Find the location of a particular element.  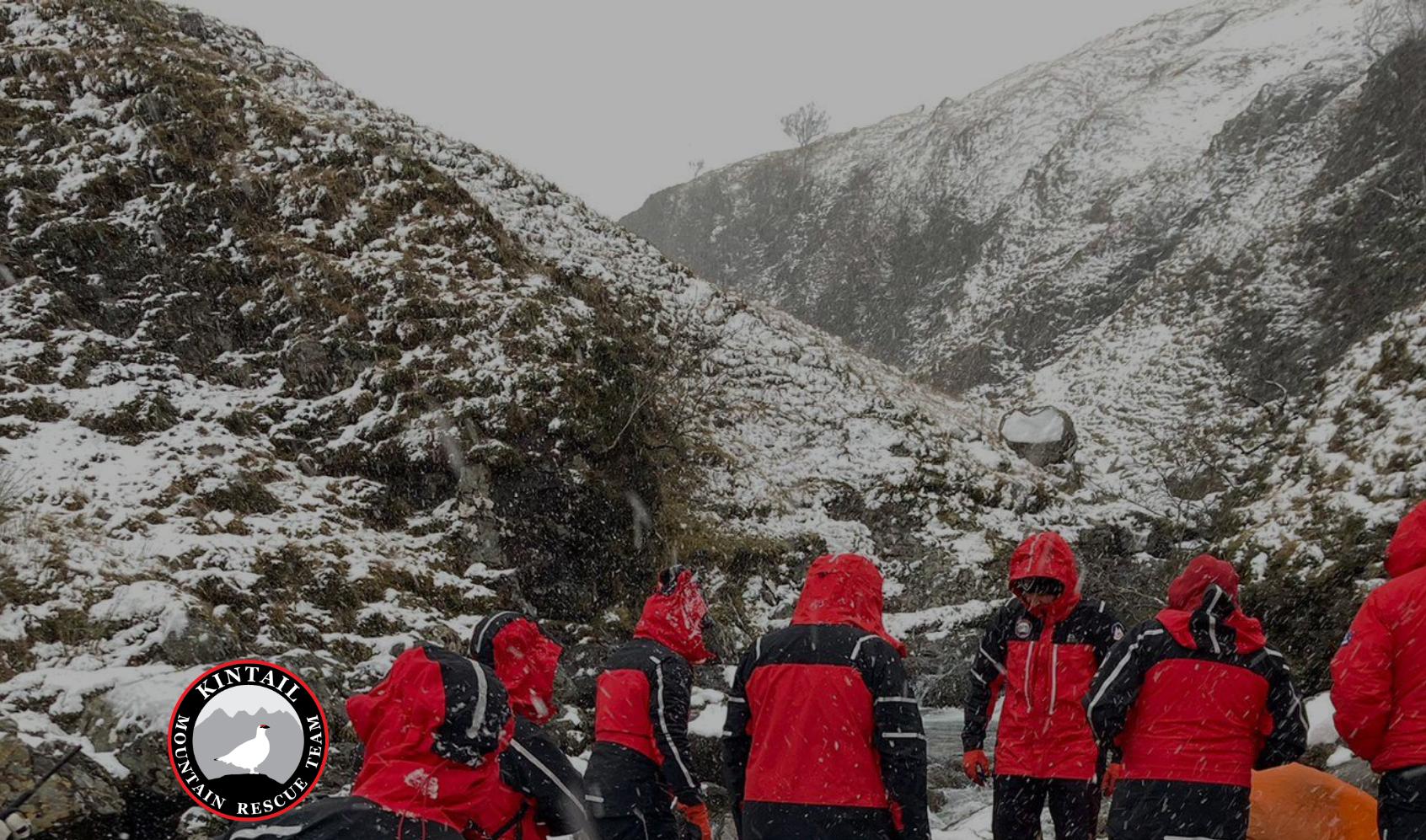

'Discount membership for MRT members at The Ledge Climbing Gym, Inverness' is located at coordinates (567, 573).